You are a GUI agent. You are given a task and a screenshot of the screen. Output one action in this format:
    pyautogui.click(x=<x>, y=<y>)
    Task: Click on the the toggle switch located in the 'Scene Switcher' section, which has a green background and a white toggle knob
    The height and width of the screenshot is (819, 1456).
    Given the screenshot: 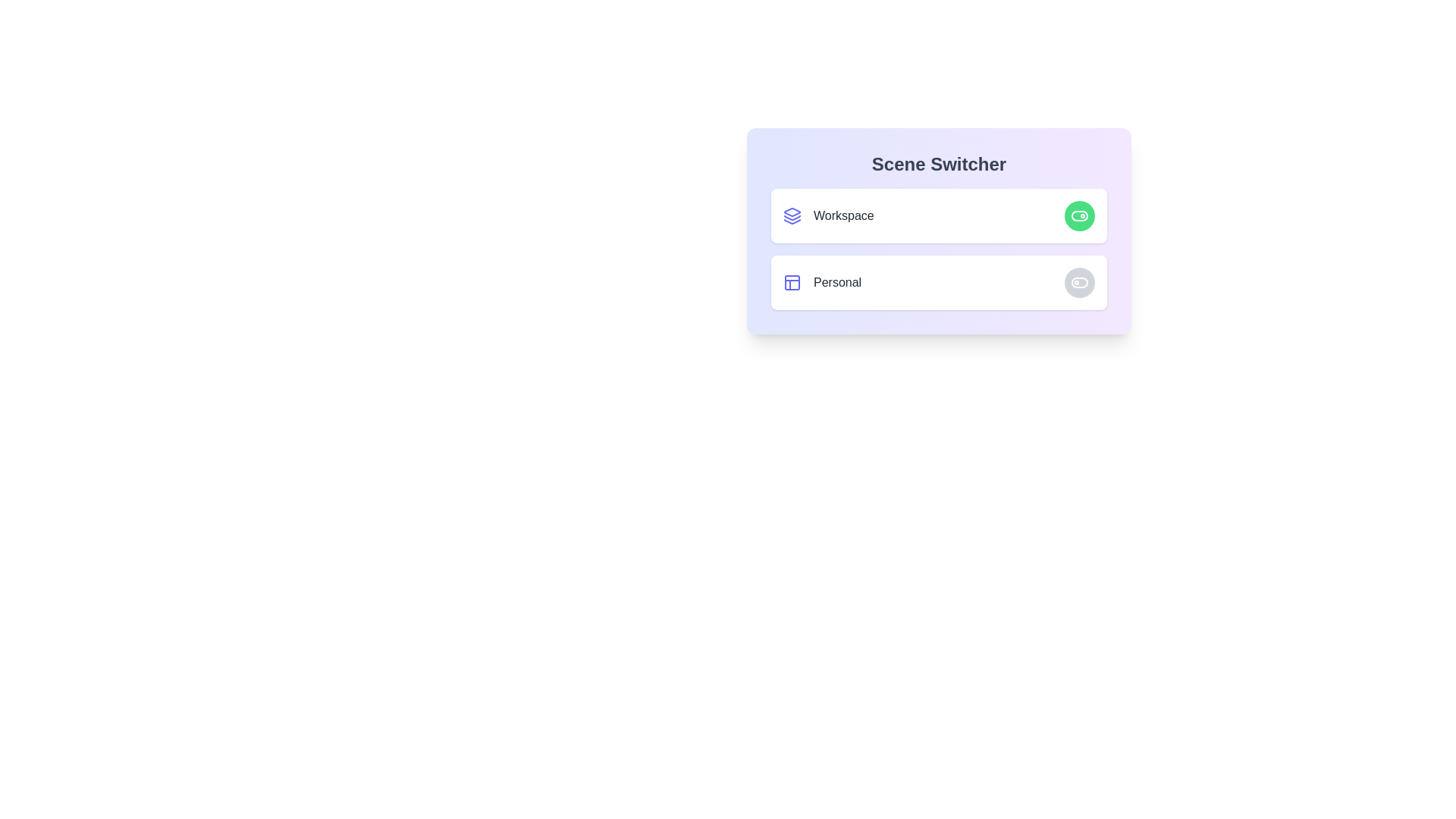 What is the action you would take?
    pyautogui.click(x=1079, y=216)
    